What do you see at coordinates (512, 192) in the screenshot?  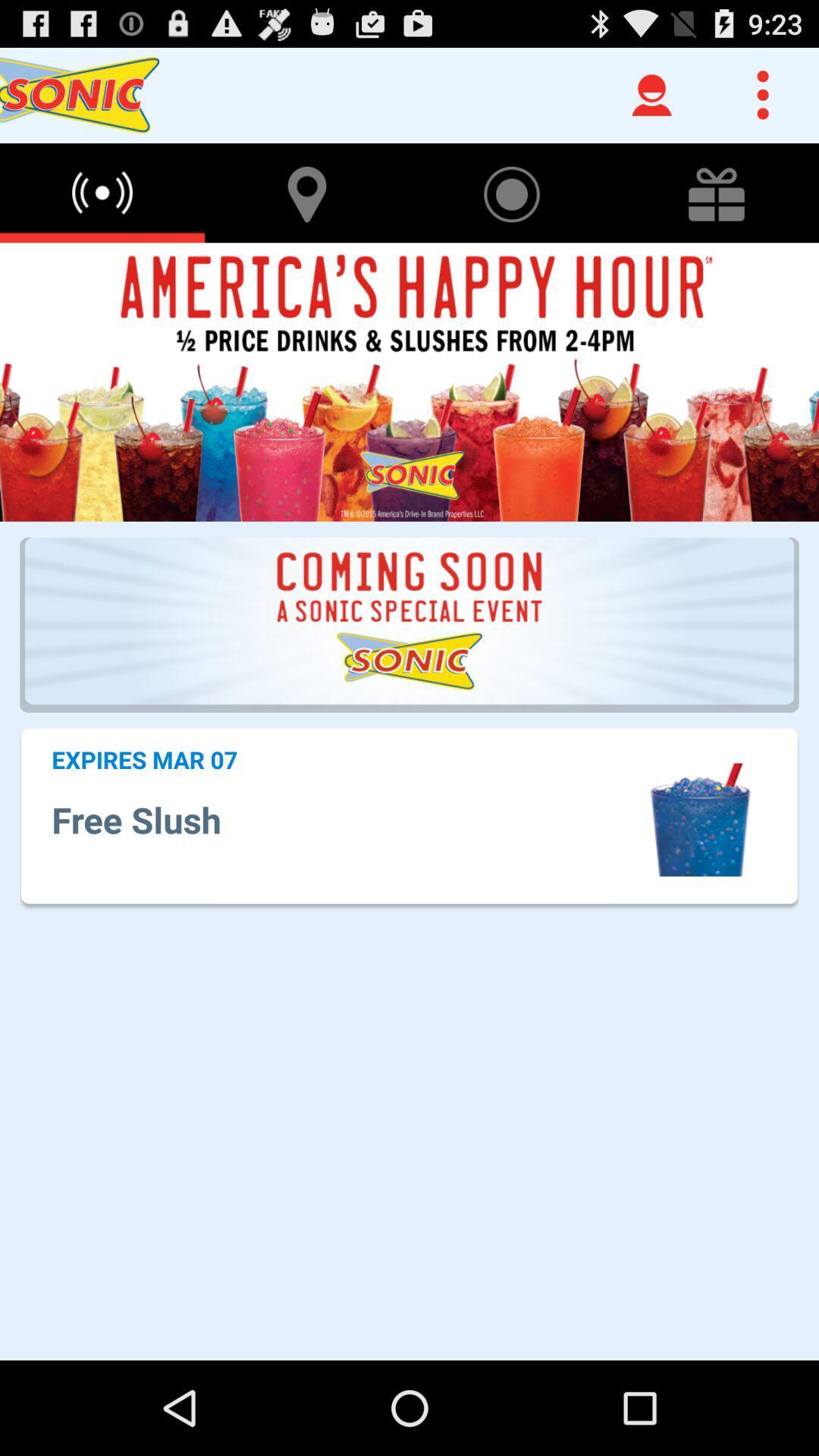 I see `the icon next to the location icon` at bounding box center [512, 192].